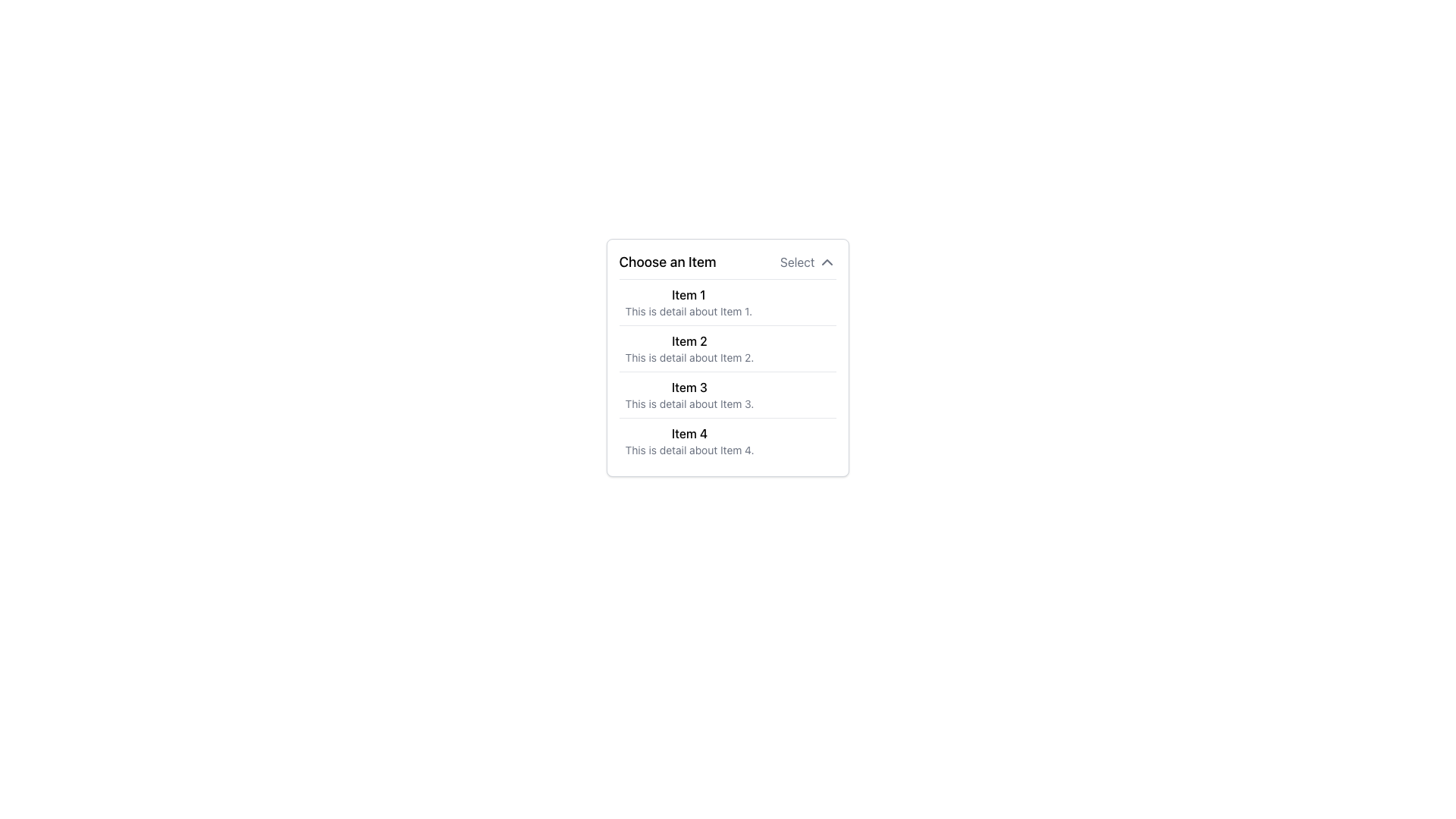 The height and width of the screenshot is (819, 1456). Describe the element at coordinates (689, 394) in the screenshot. I see `the third list item titled 'Item 3' which contains a detailed description about it, positioned between 'Item 2' and 'Item 4'` at that location.